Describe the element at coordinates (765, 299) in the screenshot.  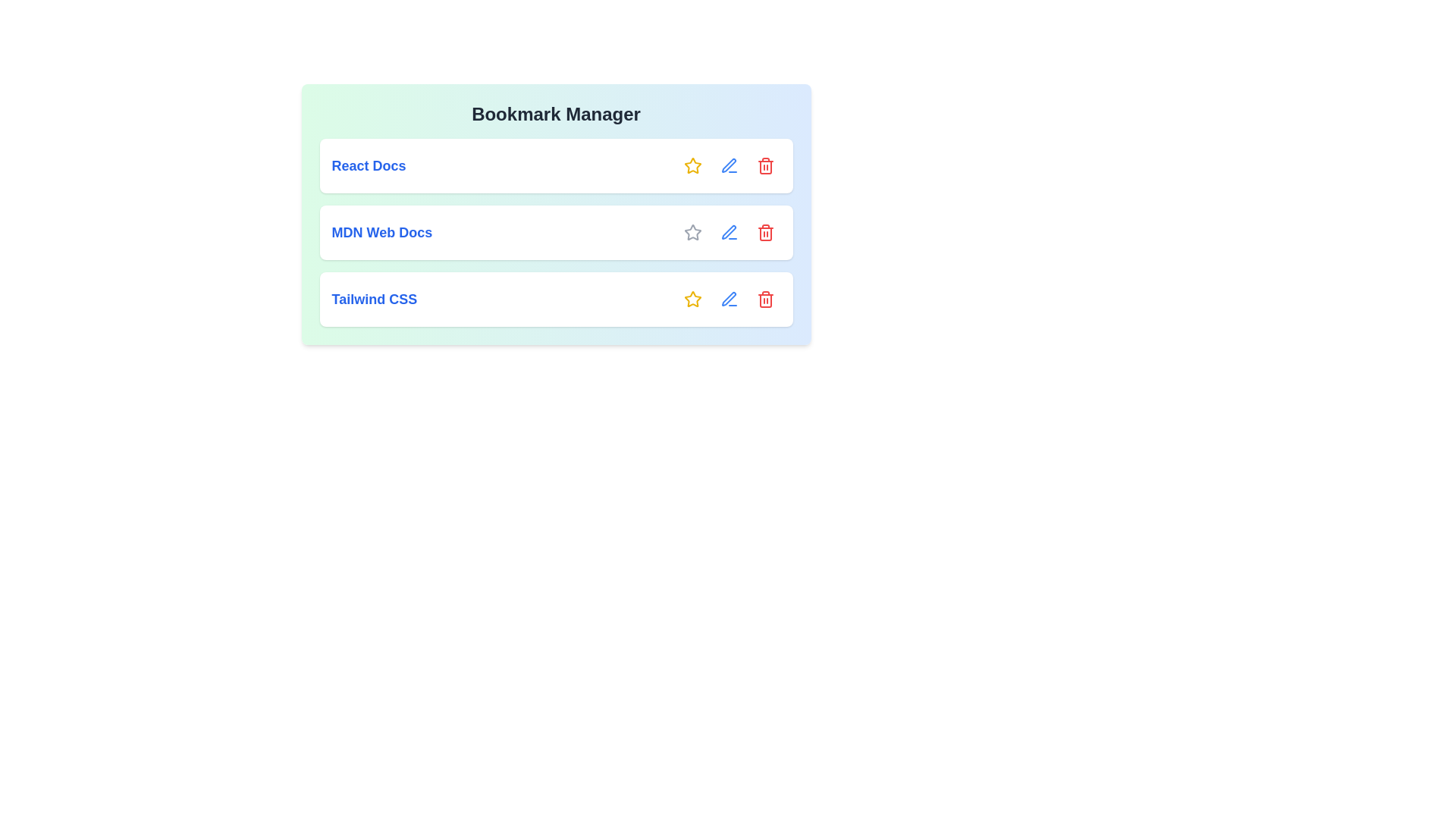
I see `the interactive element Tailwind CSS Delete to reveal its hover state` at that location.